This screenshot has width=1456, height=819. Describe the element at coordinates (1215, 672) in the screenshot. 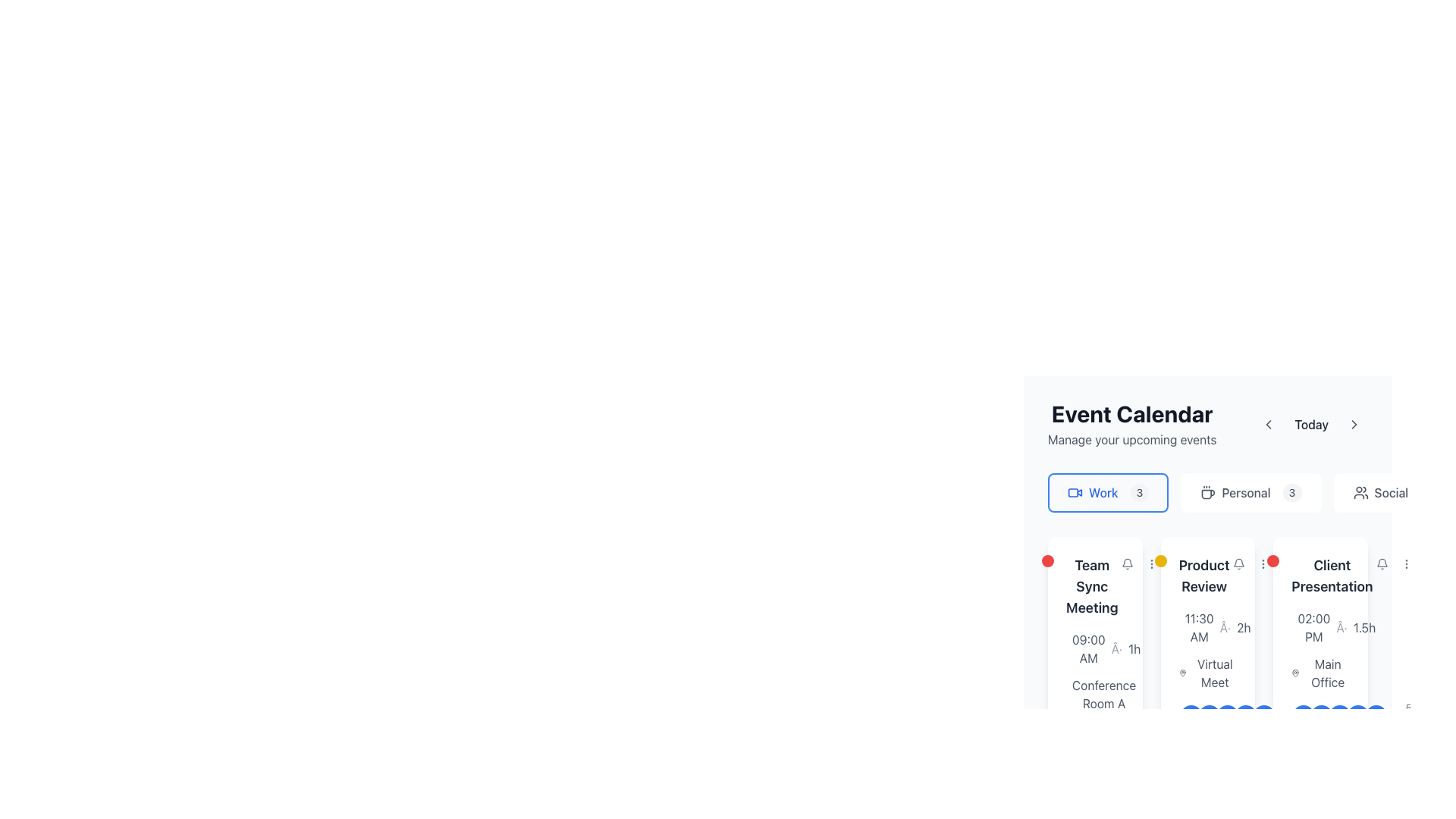

I see `the text label providing context for the 'Product Review' event` at that location.